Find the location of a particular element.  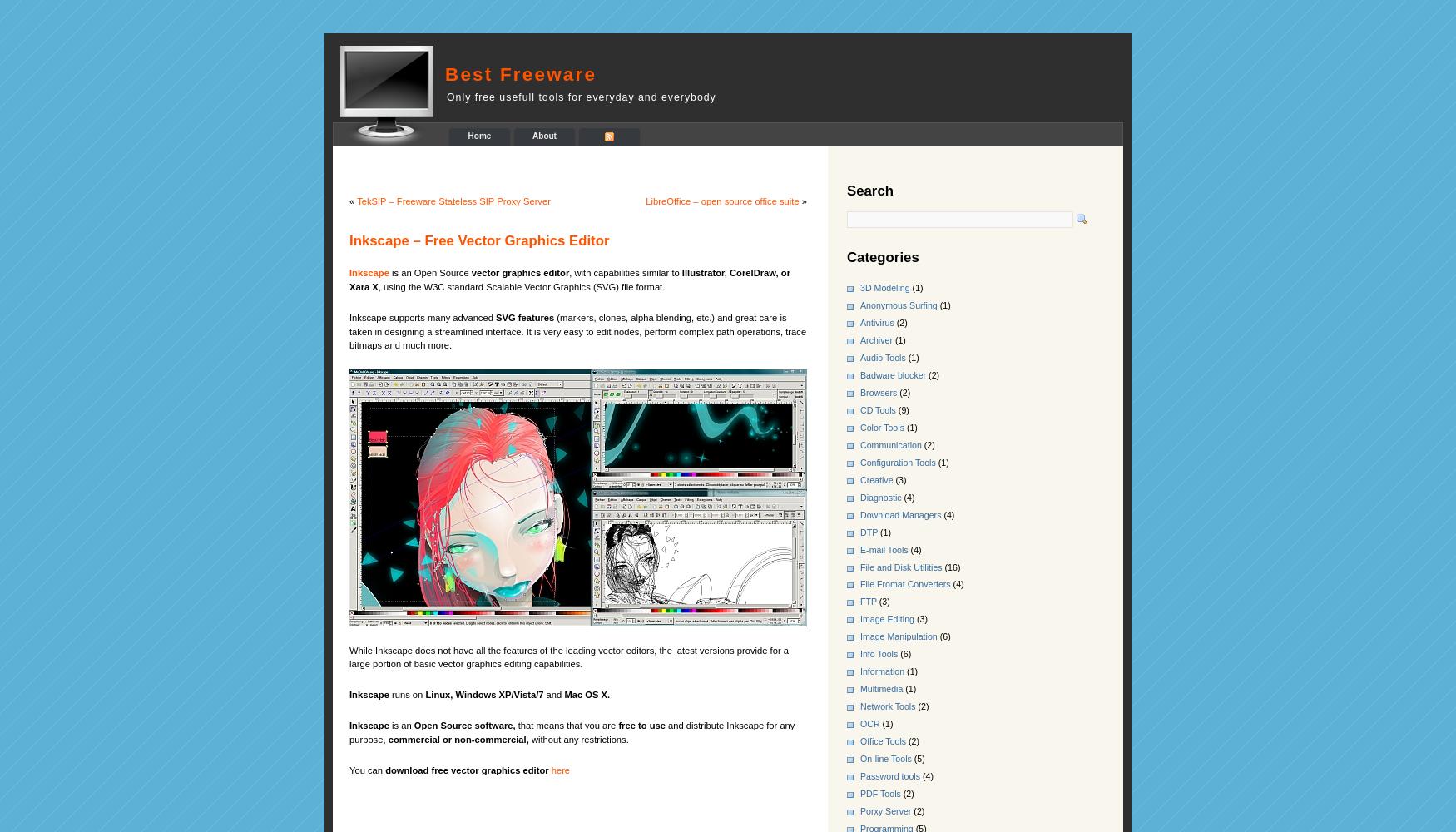

'Info Tools' is located at coordinates (878, 654).